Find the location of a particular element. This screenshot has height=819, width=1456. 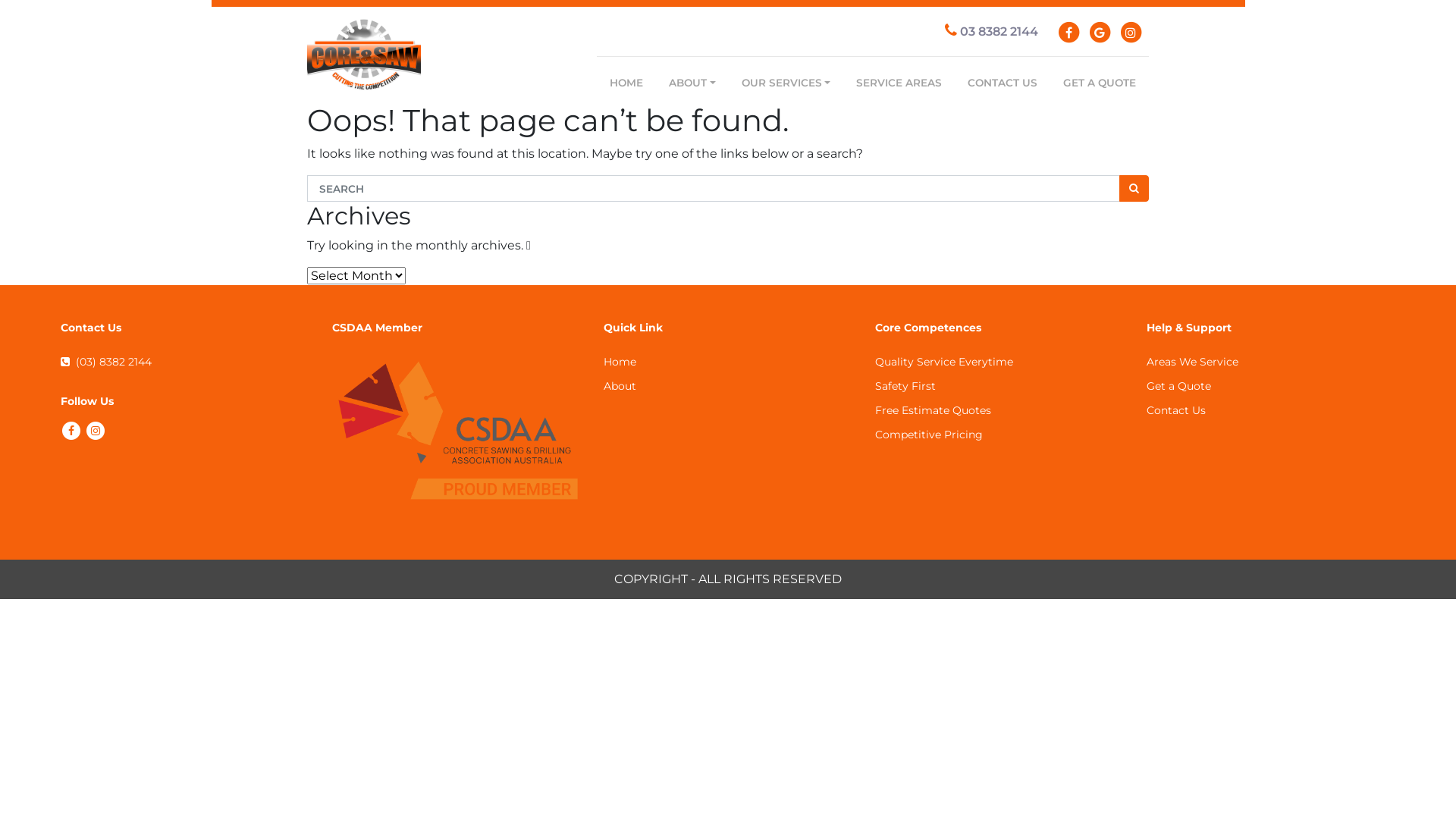

'GET A QUOTE' is located at coordinates (1099, 82).